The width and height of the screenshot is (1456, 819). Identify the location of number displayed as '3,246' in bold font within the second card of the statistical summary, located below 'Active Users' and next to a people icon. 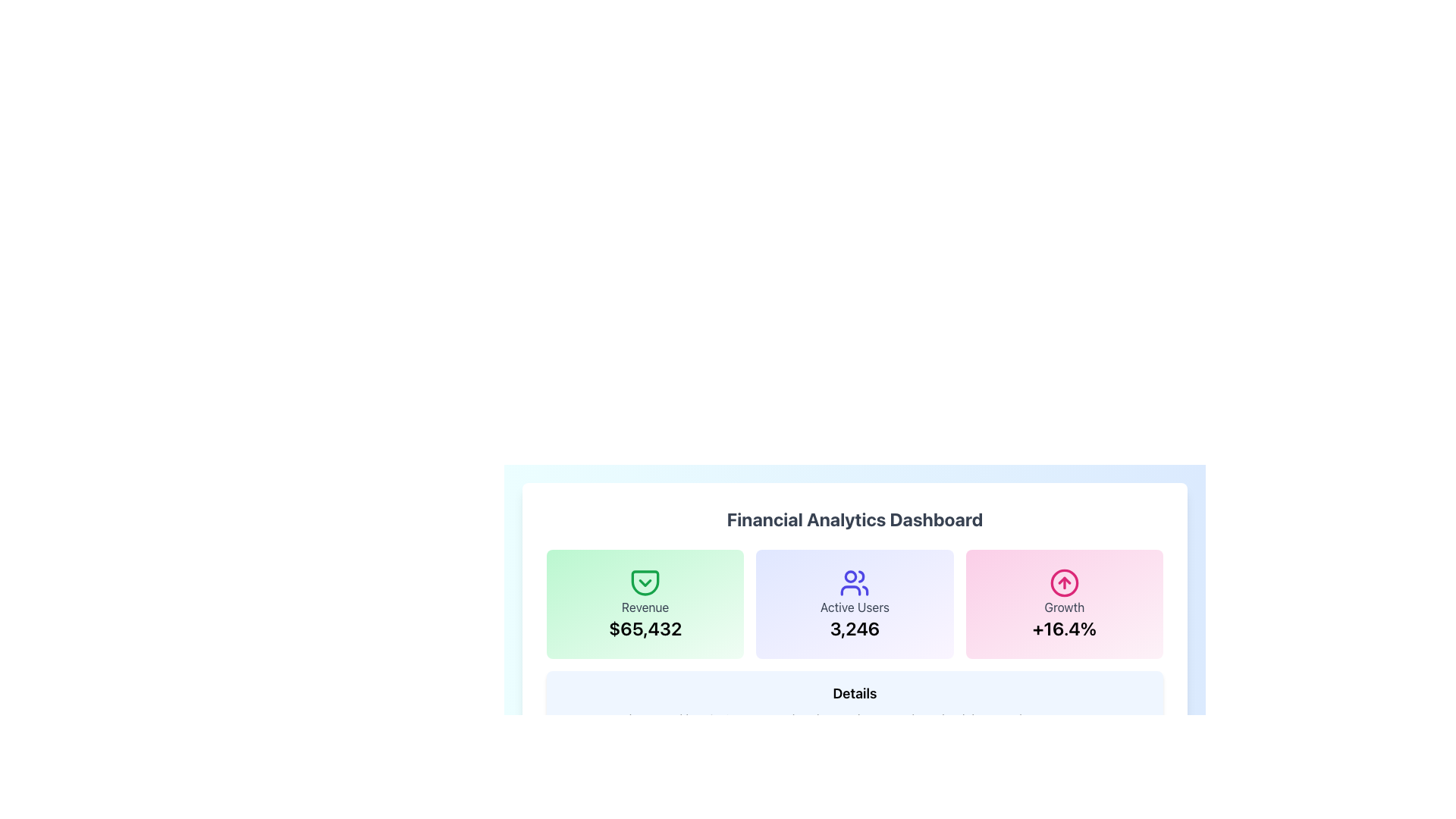
(855, 629).